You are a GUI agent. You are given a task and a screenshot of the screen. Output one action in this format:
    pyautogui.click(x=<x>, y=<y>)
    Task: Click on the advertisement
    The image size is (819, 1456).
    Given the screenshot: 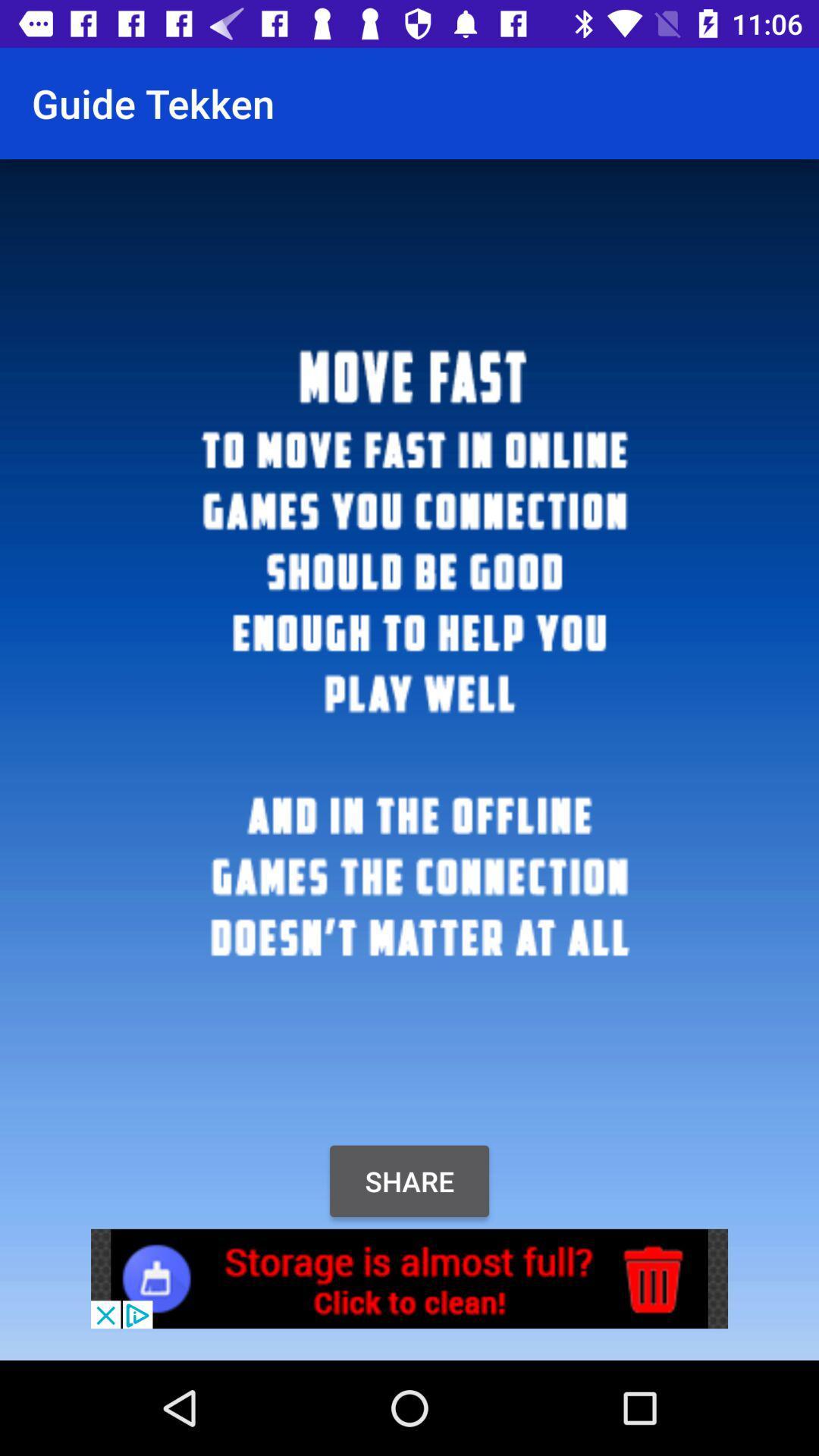 What is the action you would take?
    pyautogui.click(x=409, y=1278)
    